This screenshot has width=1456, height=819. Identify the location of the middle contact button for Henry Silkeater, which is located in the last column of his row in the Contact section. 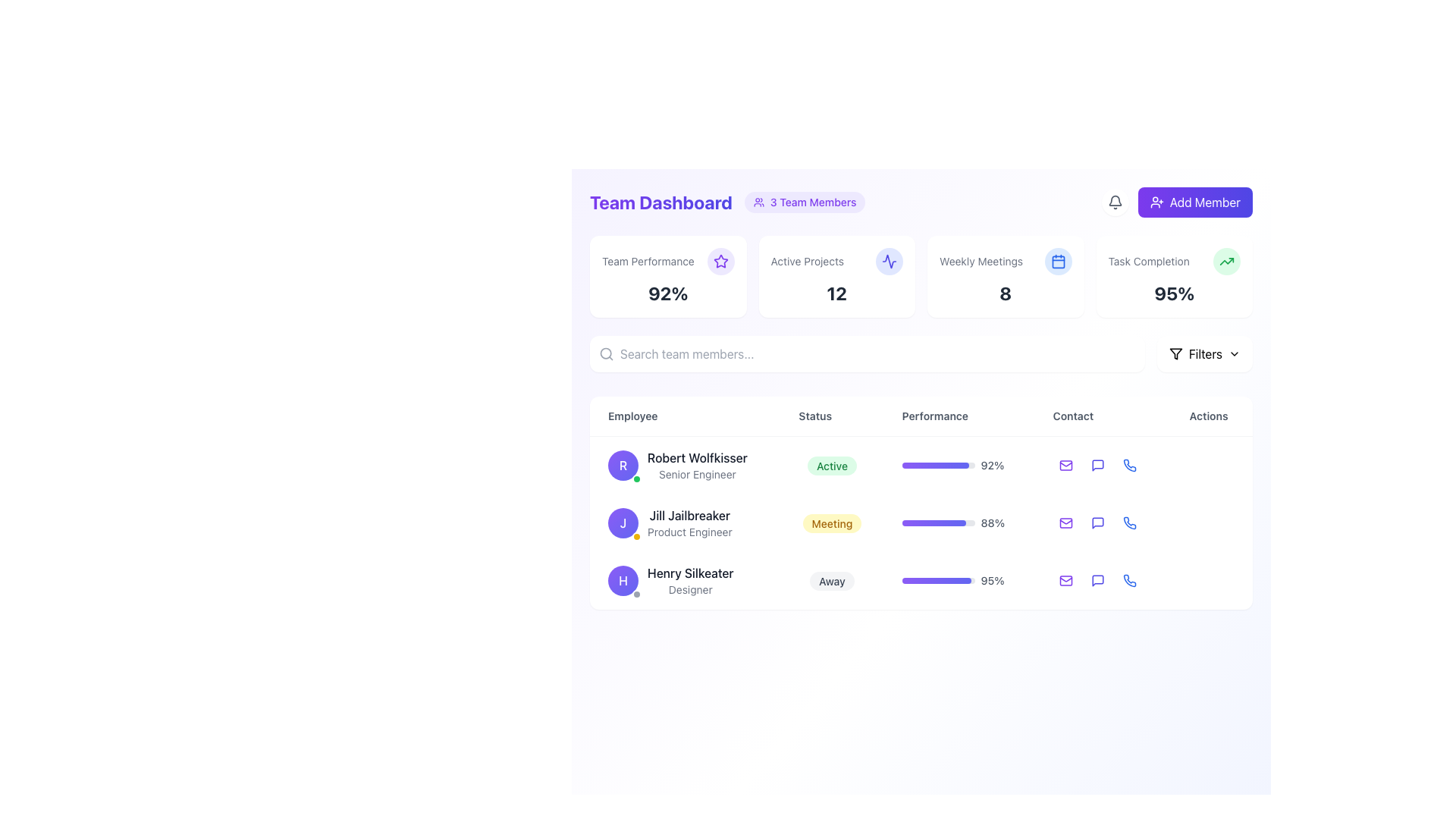
(1103, 580).